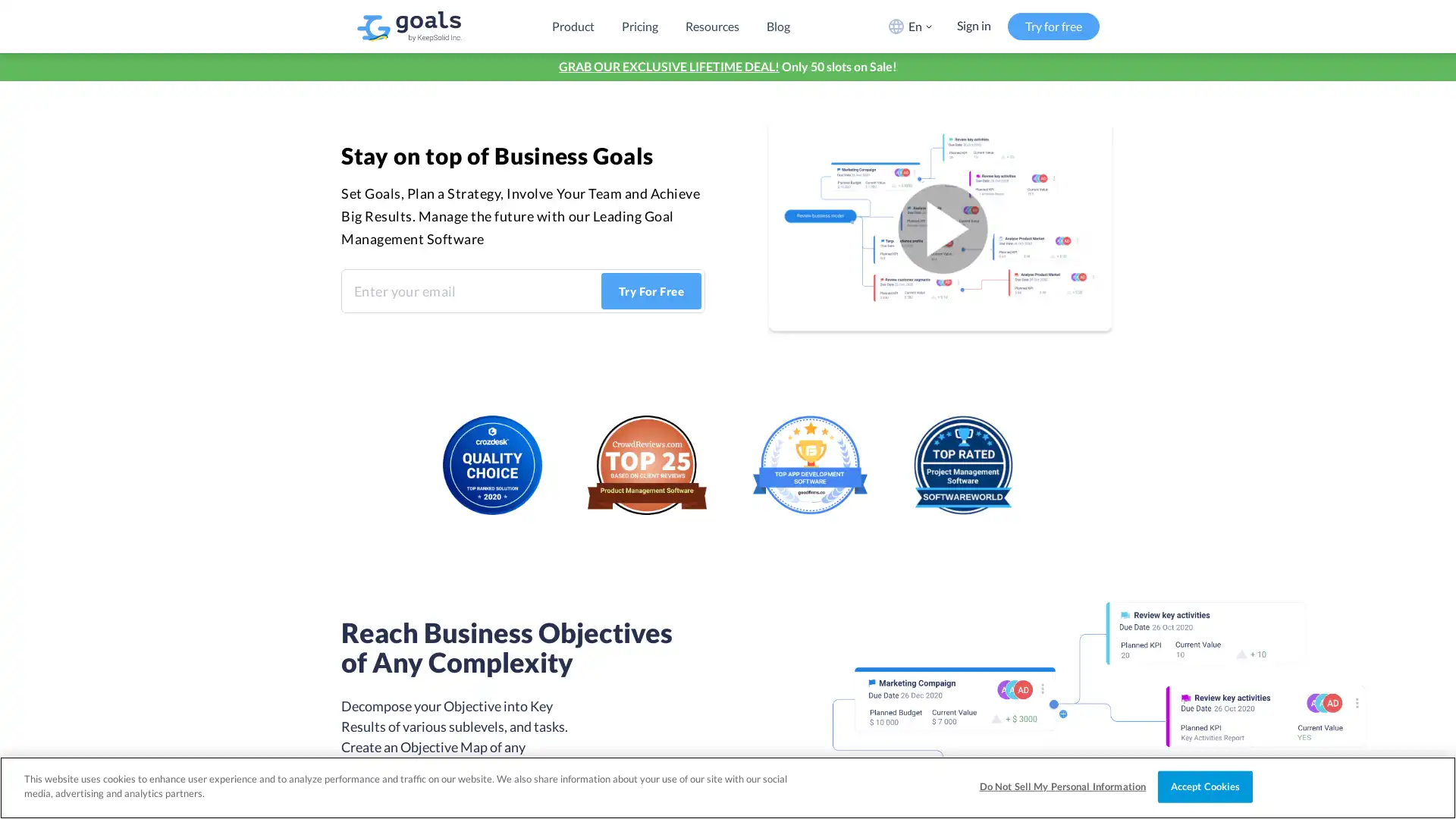 This screenshot has height=819, width=1456. What do you see at coordinates (651, 291) in the screenshot?
I see `Try For Free` at bounding box center [651, 291].